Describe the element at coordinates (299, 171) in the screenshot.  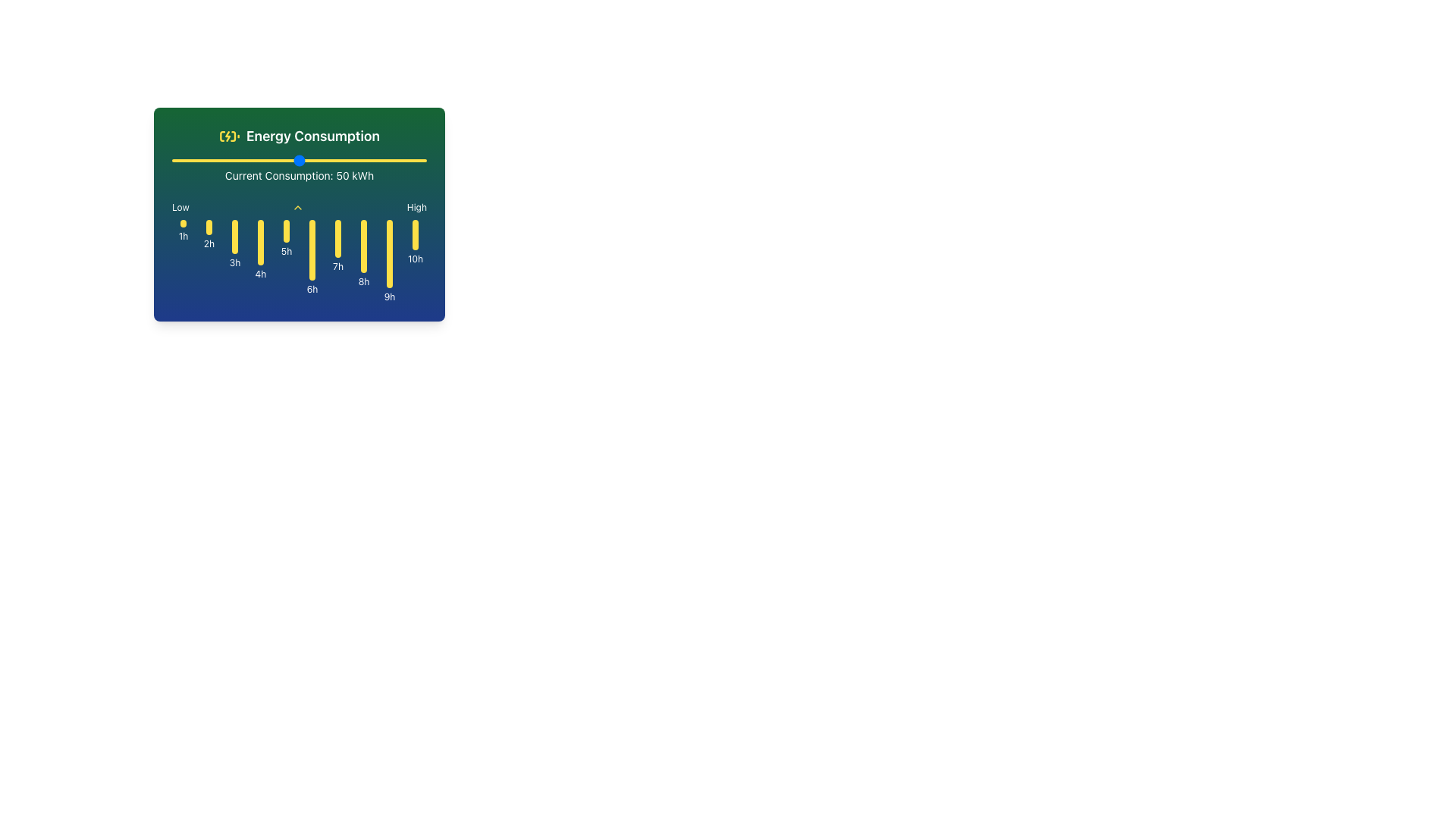
I see `the energy consumption text label, which displays the current energy consumption in kilowatt-hours (kWh), to affect the displayed value by interacting with related elements` at that location.